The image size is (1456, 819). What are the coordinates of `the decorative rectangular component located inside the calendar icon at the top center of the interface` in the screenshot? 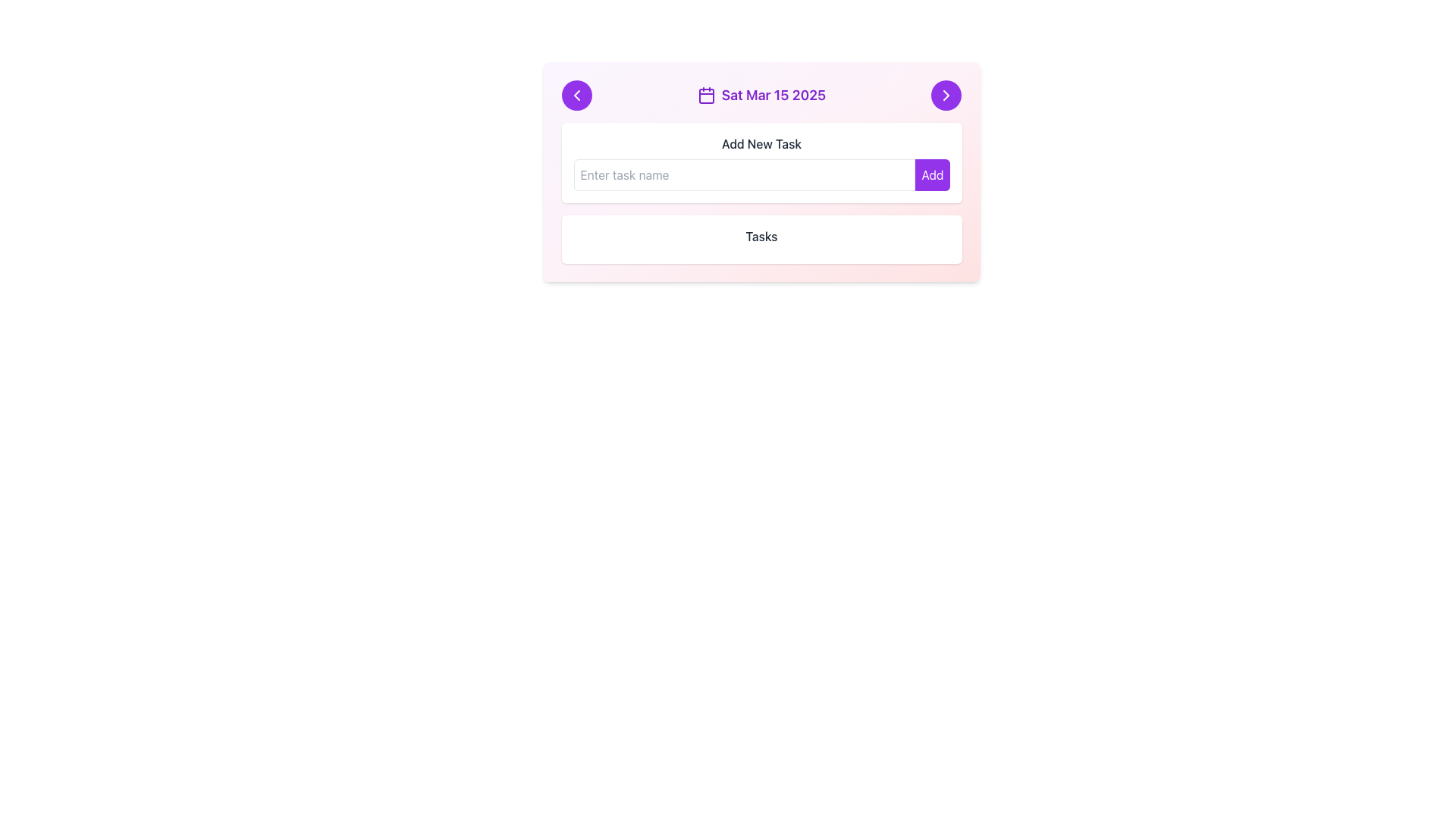 It's located at (705, 96).